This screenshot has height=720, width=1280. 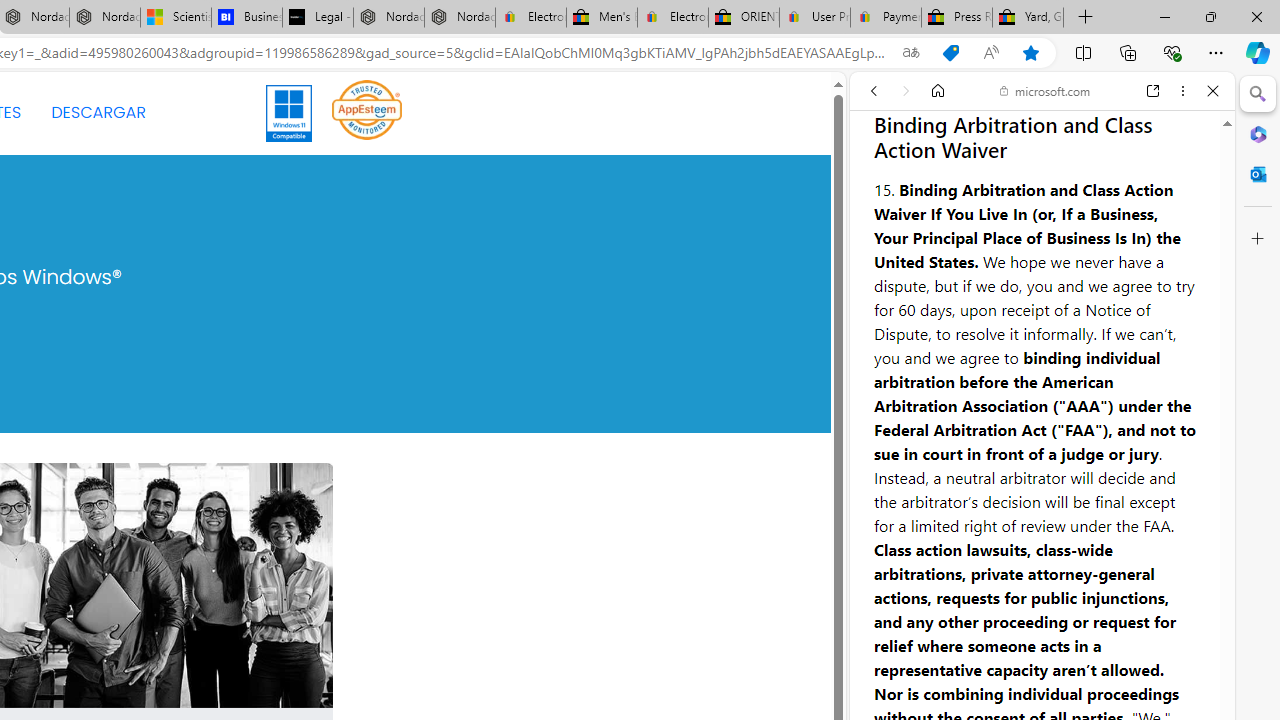 What do you see at coordinates (1257, 238) in the screenshot?
I see `'Customize'` at bounding box center [1257, 238].